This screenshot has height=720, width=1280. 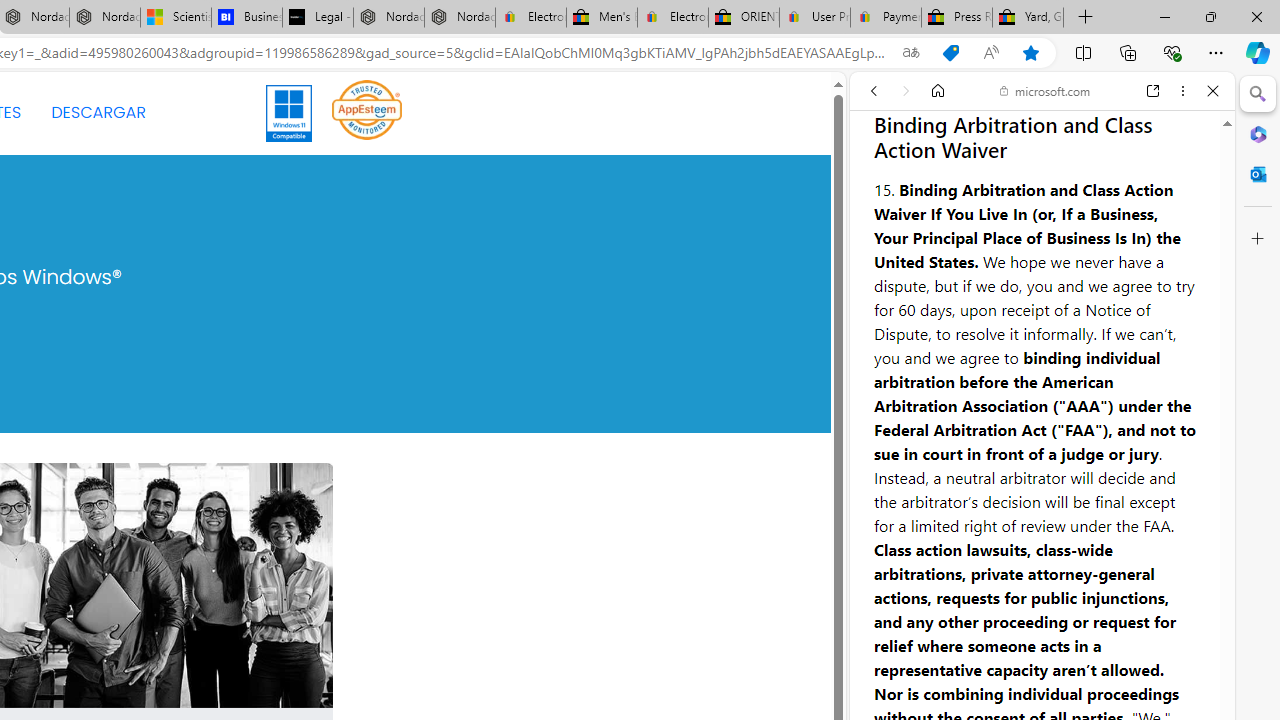 What do you see at coordinates (1257, 238) in the screenshot?
I see `'Customize'` at bounding box center [1257, 238].